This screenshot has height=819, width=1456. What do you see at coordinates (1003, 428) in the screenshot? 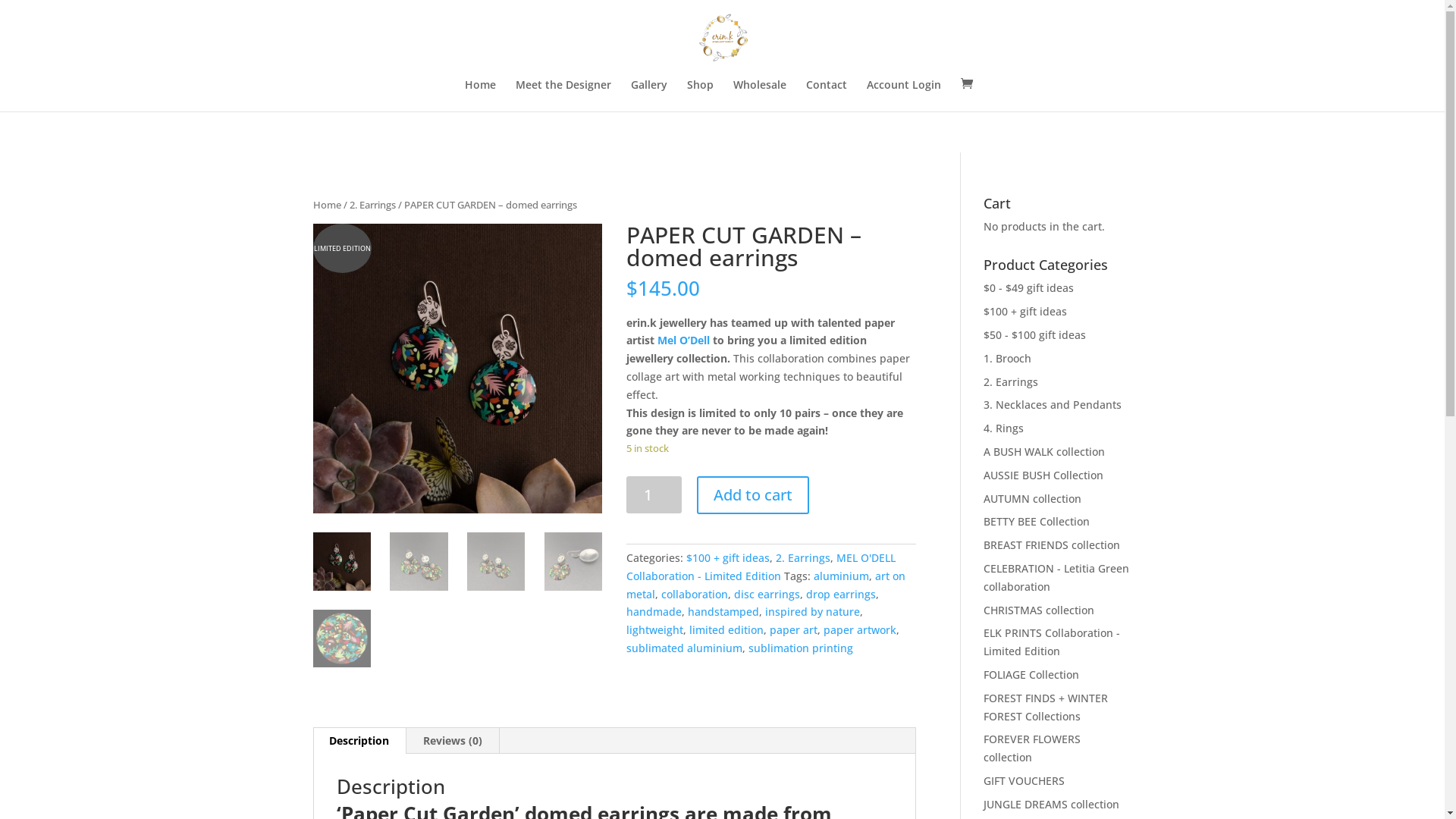
I see `'4. Rings'` at bounding box center [1003, 428].